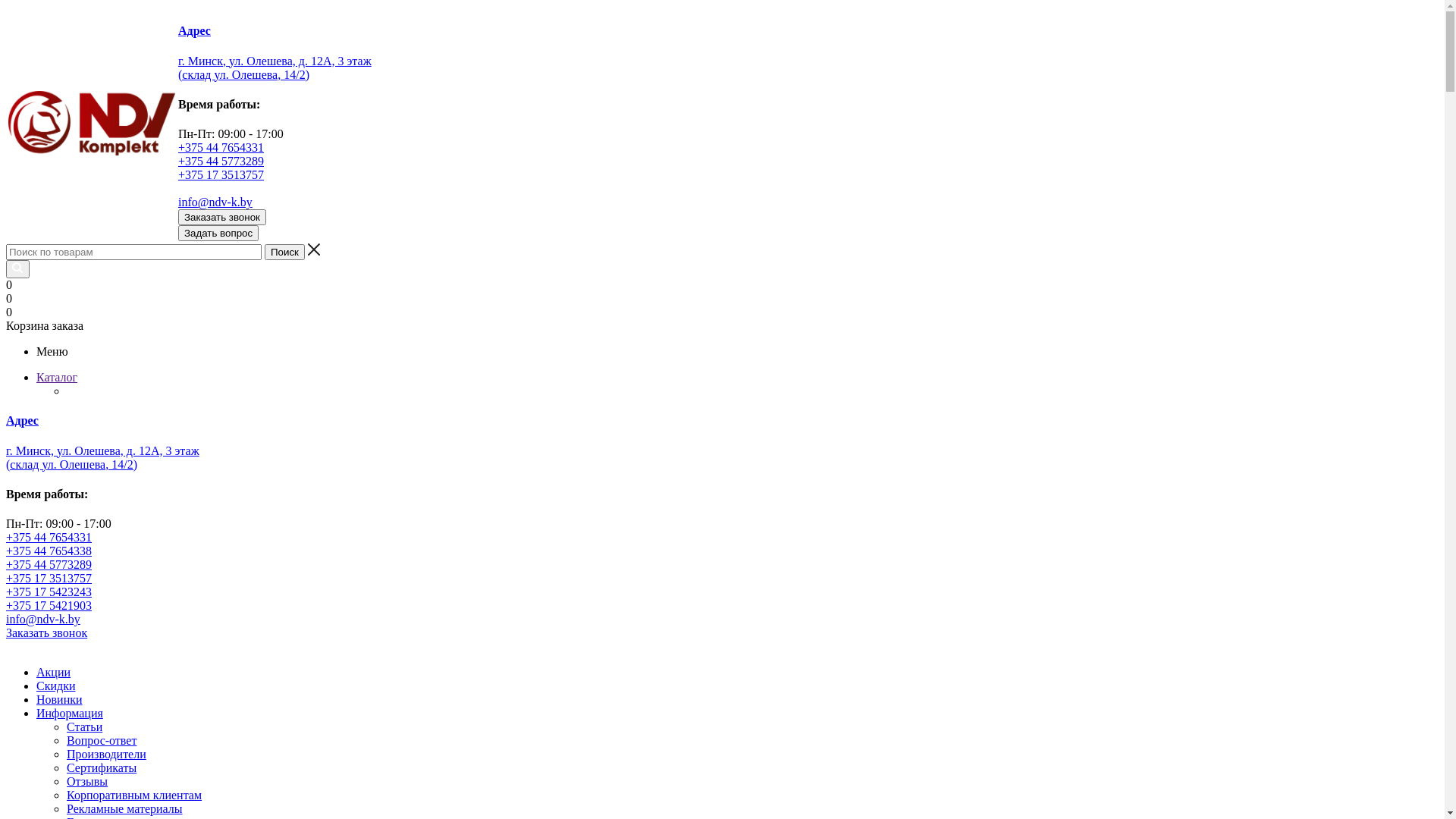  I want to click on '+375 44 7654338', so click(49, 551).